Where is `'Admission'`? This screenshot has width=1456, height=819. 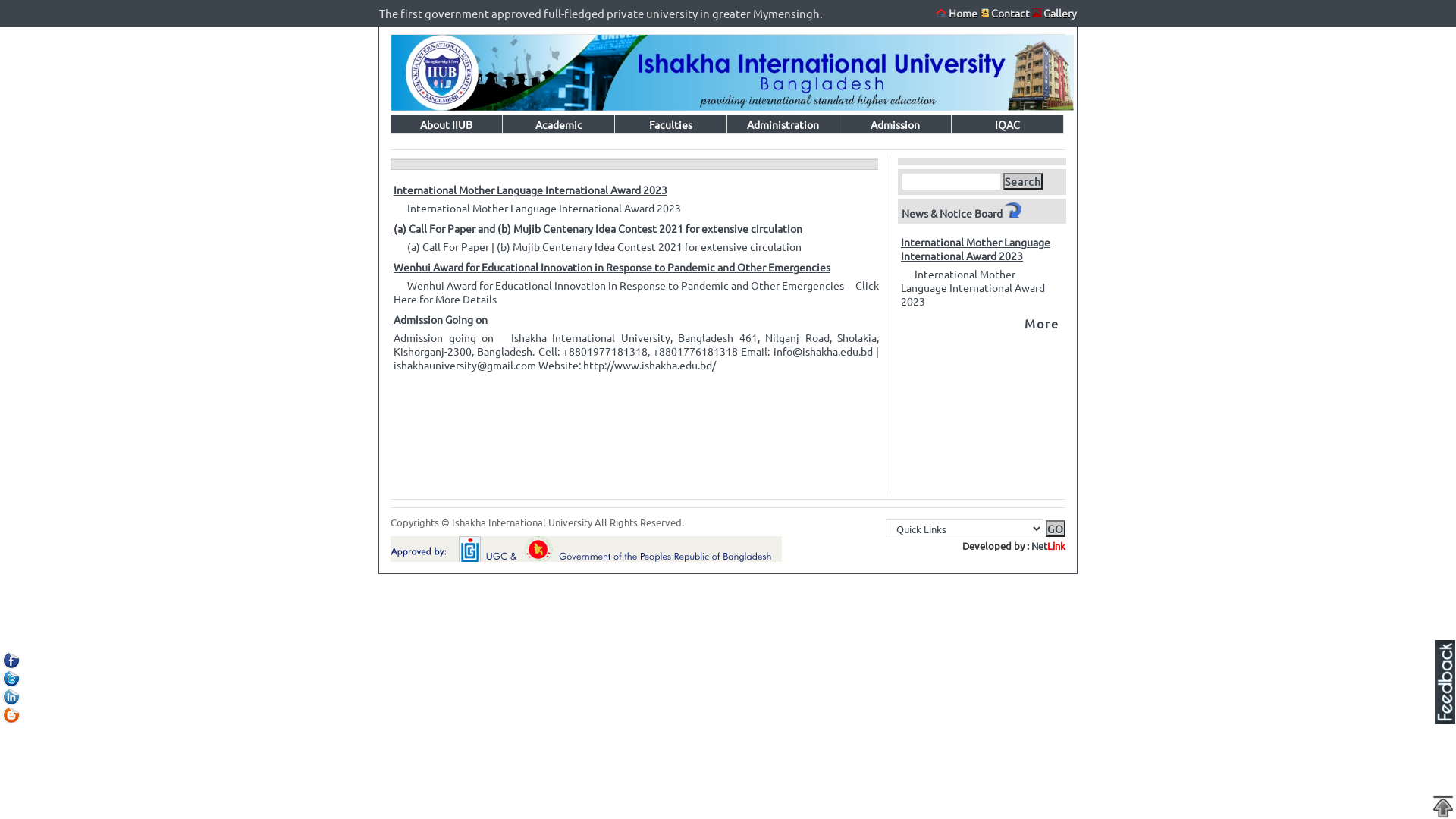
'Admission' is located at coordinates (895, 124).